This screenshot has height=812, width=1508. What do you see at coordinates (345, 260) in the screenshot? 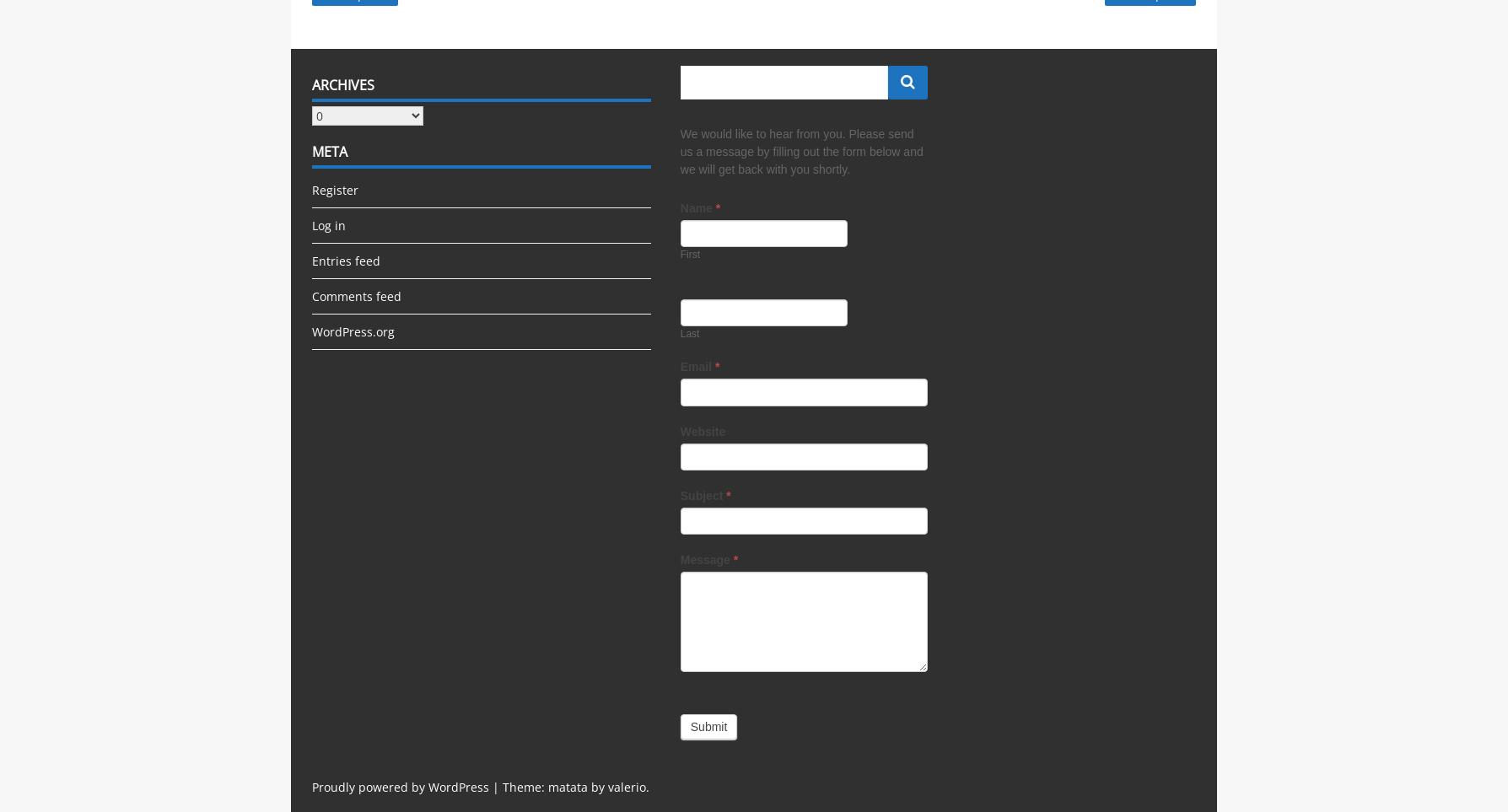
I see `'Entries feed'` at bounding box center [345, 260].